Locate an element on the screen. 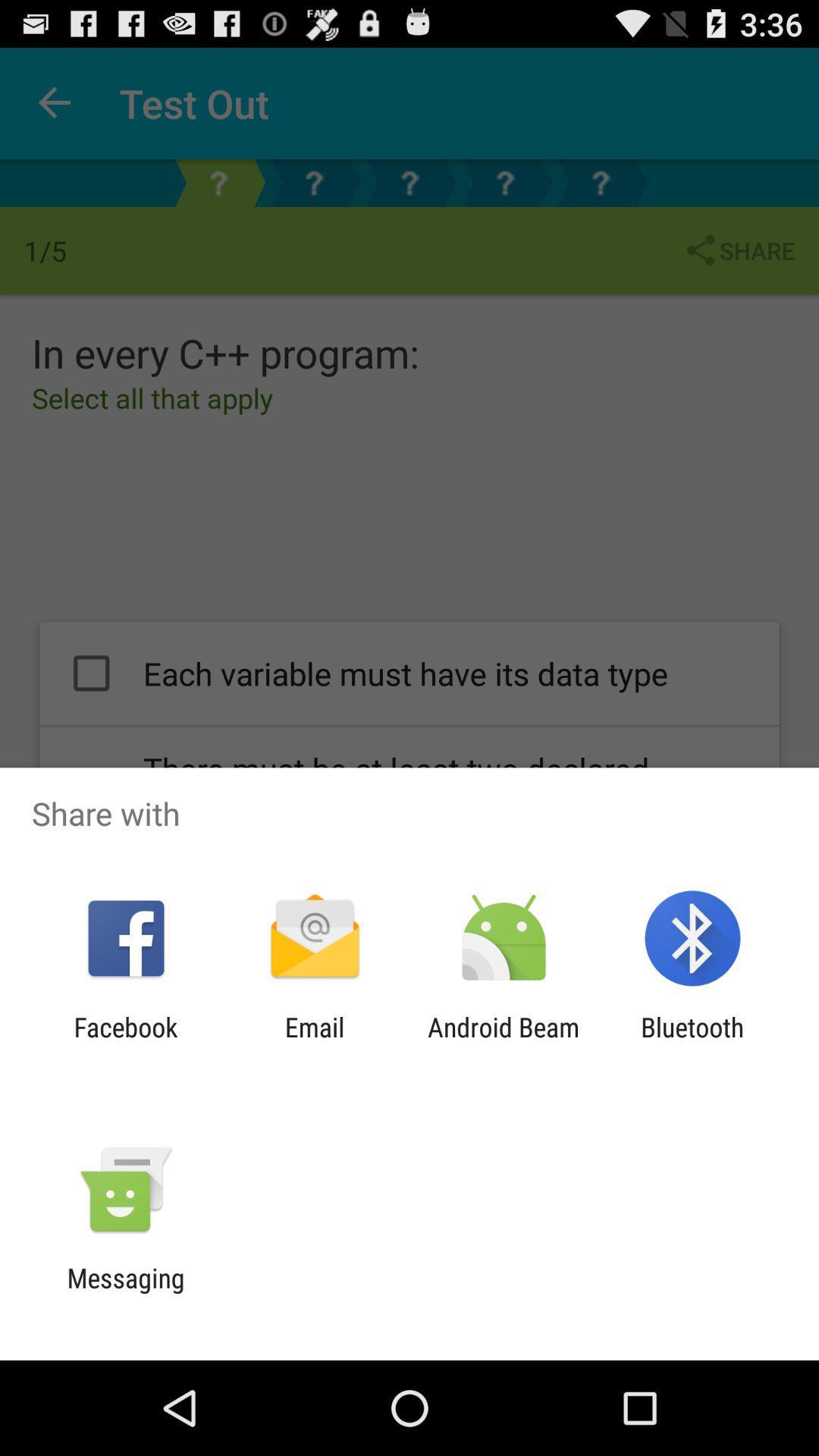  icon next to the facebook item is located at coordinates (314, 1042).